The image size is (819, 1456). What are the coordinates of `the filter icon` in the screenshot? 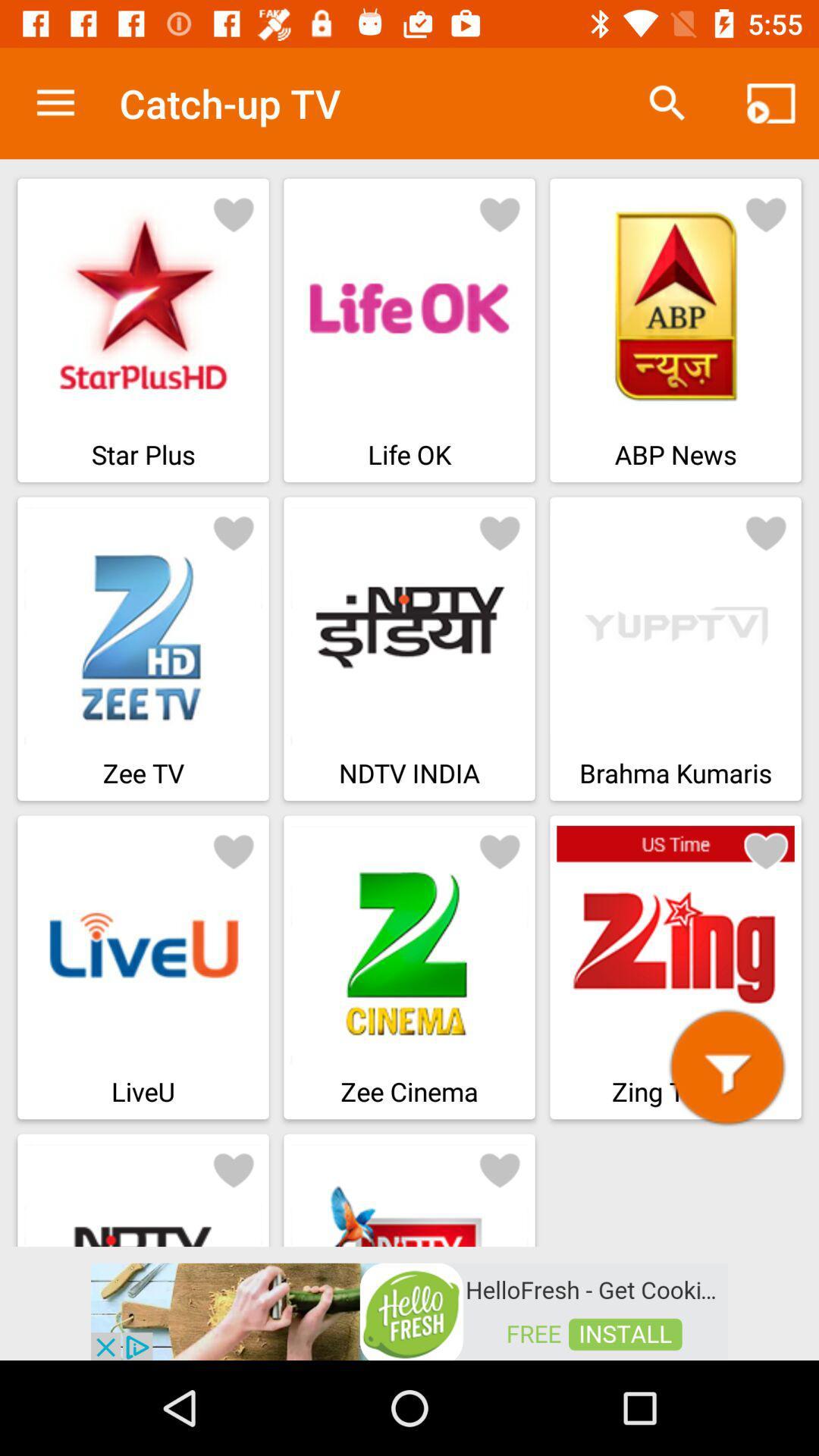 It's located at (726, 1066).